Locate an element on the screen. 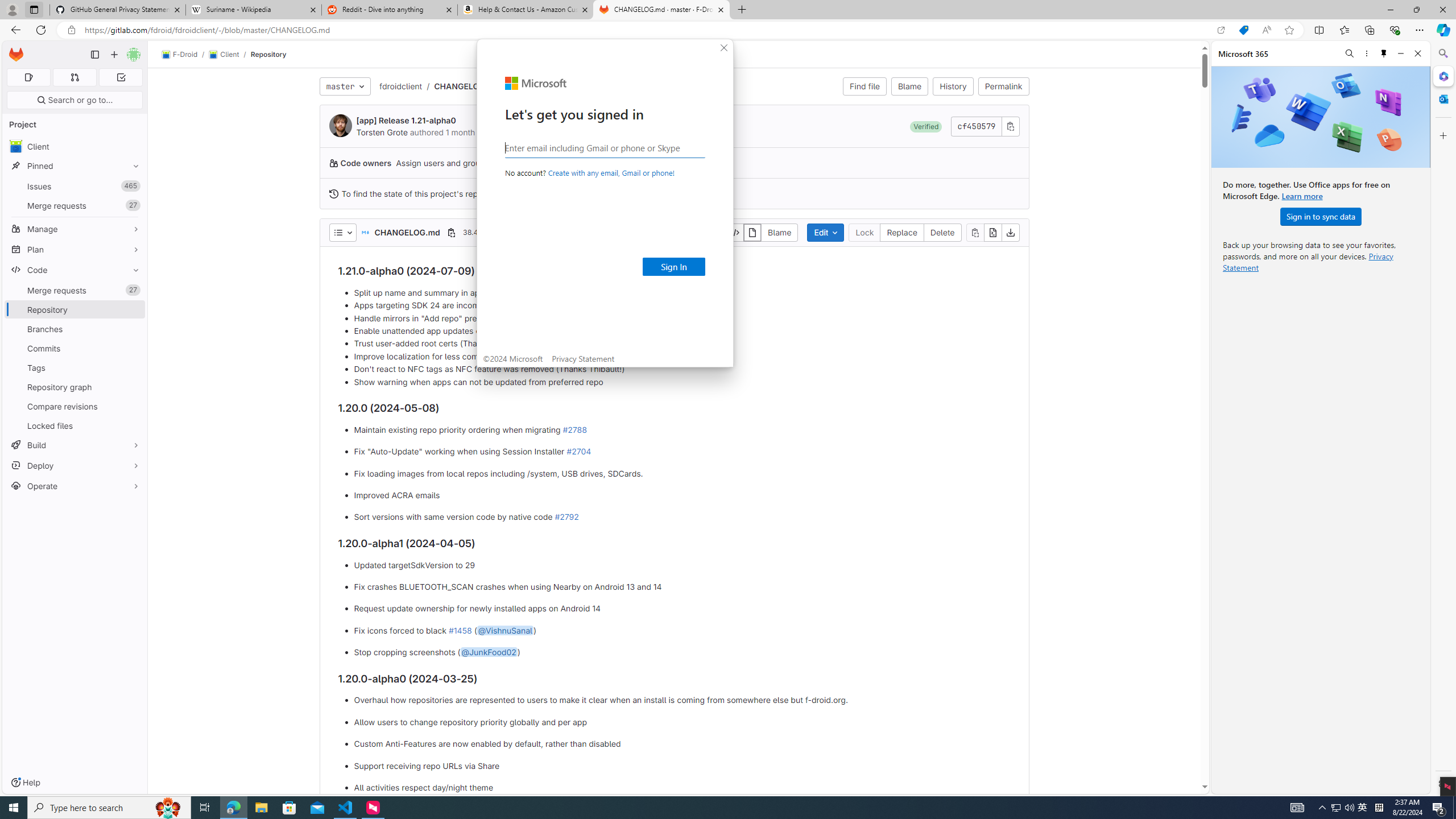 This screenshot has width=1456, height=819. 'Copy commit SHA' is located at coordinates (1010, 126).